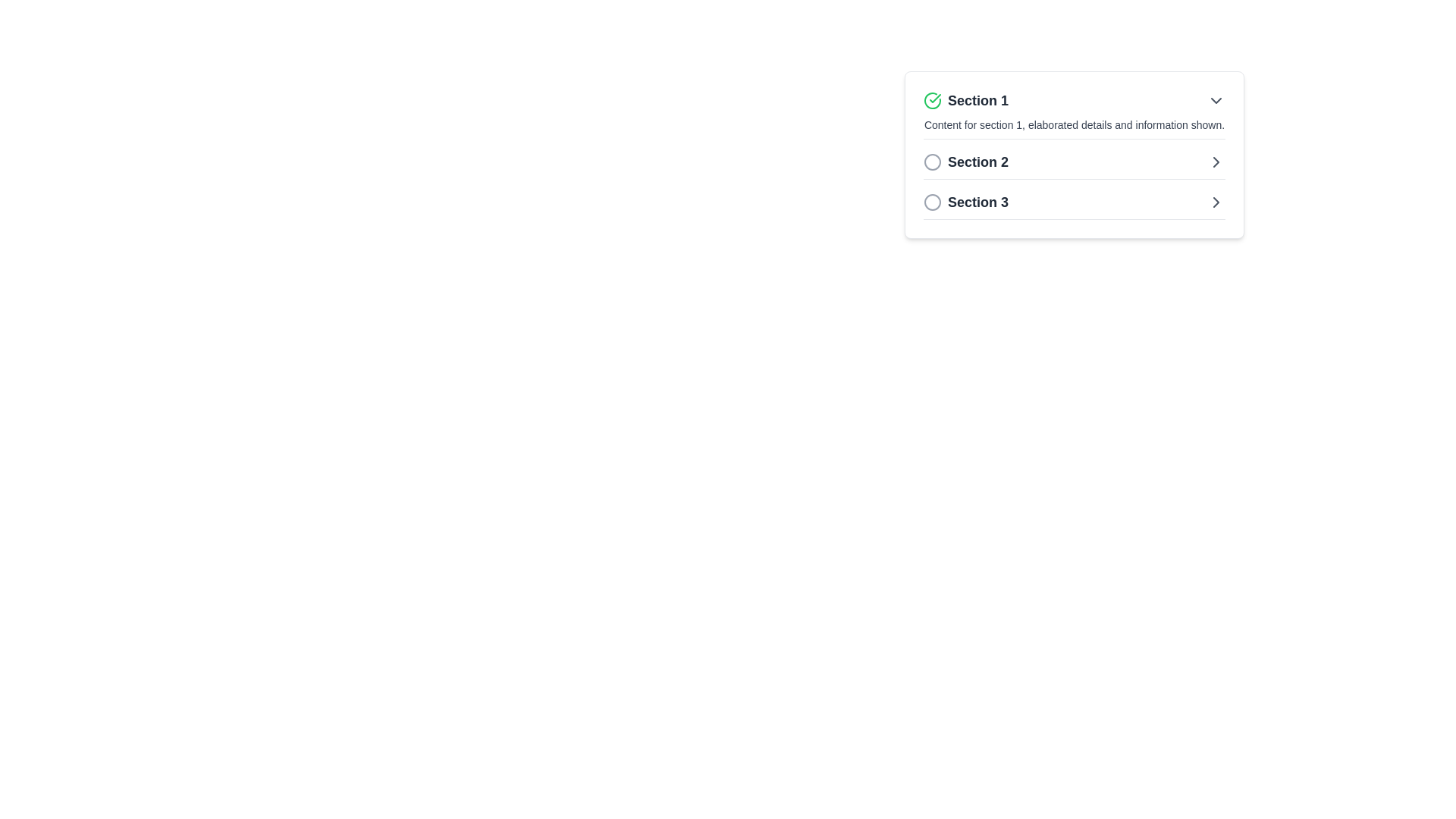 The width and height of the screenshot is (1456, 819). I want to click on the interactive arrow icon located to the right of the 'Section 2' label, so click(1216, 201).